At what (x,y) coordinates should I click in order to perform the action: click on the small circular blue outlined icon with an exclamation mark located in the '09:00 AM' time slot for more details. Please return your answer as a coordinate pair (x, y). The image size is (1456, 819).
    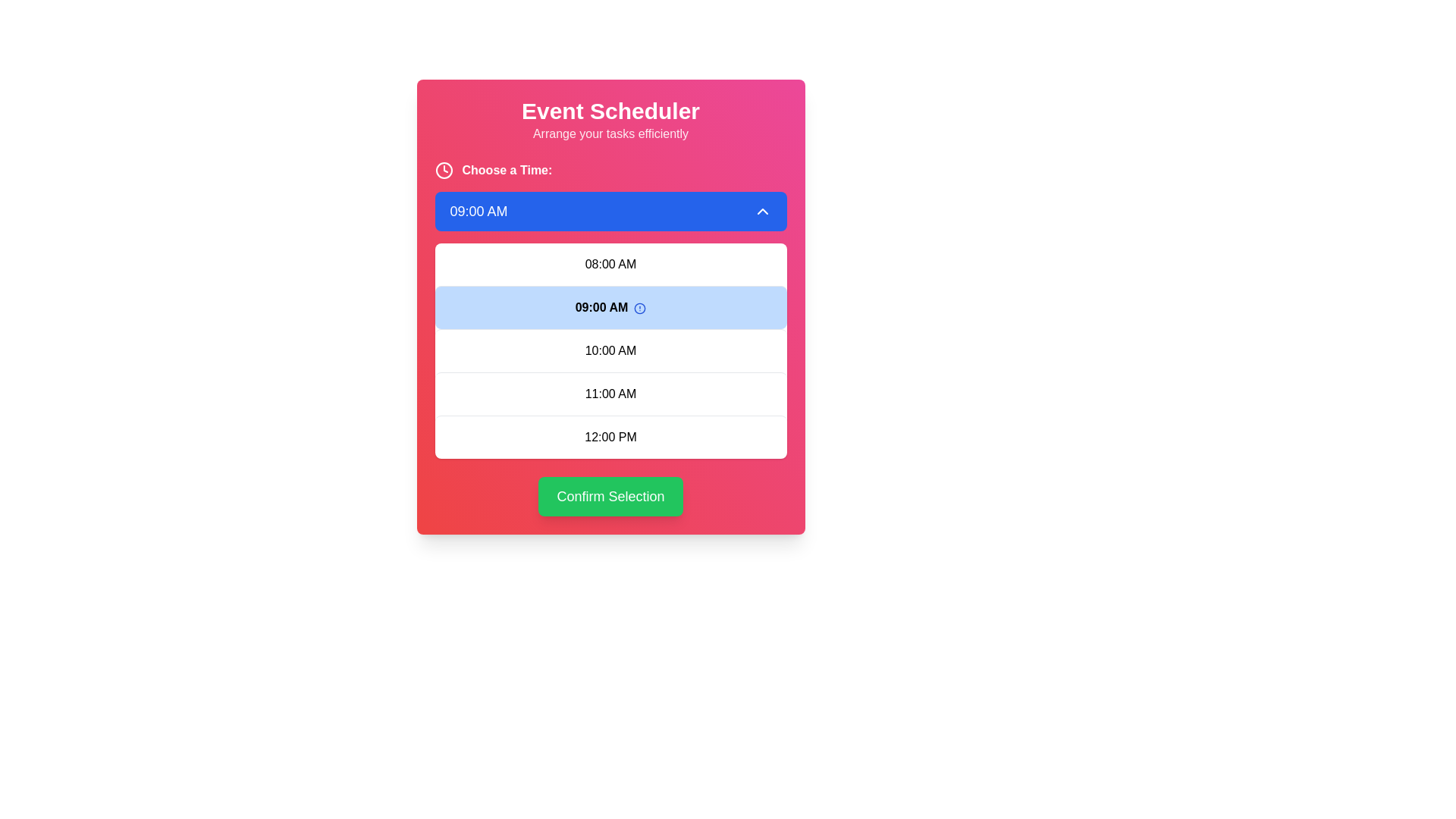
    Looking at the image, I should click on (640, 307).